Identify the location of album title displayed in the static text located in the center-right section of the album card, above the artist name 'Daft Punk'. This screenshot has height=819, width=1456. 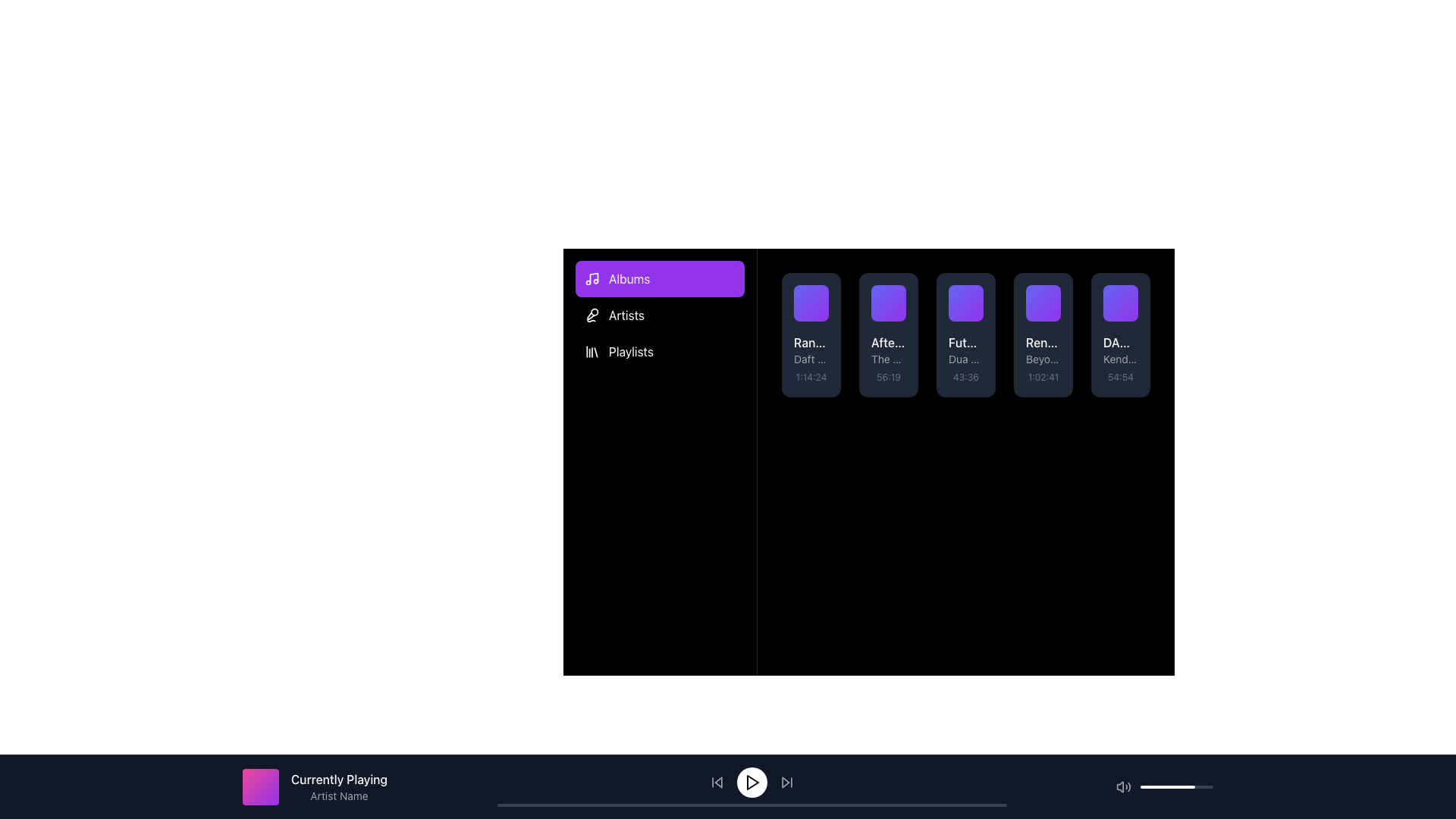
(811, 342).